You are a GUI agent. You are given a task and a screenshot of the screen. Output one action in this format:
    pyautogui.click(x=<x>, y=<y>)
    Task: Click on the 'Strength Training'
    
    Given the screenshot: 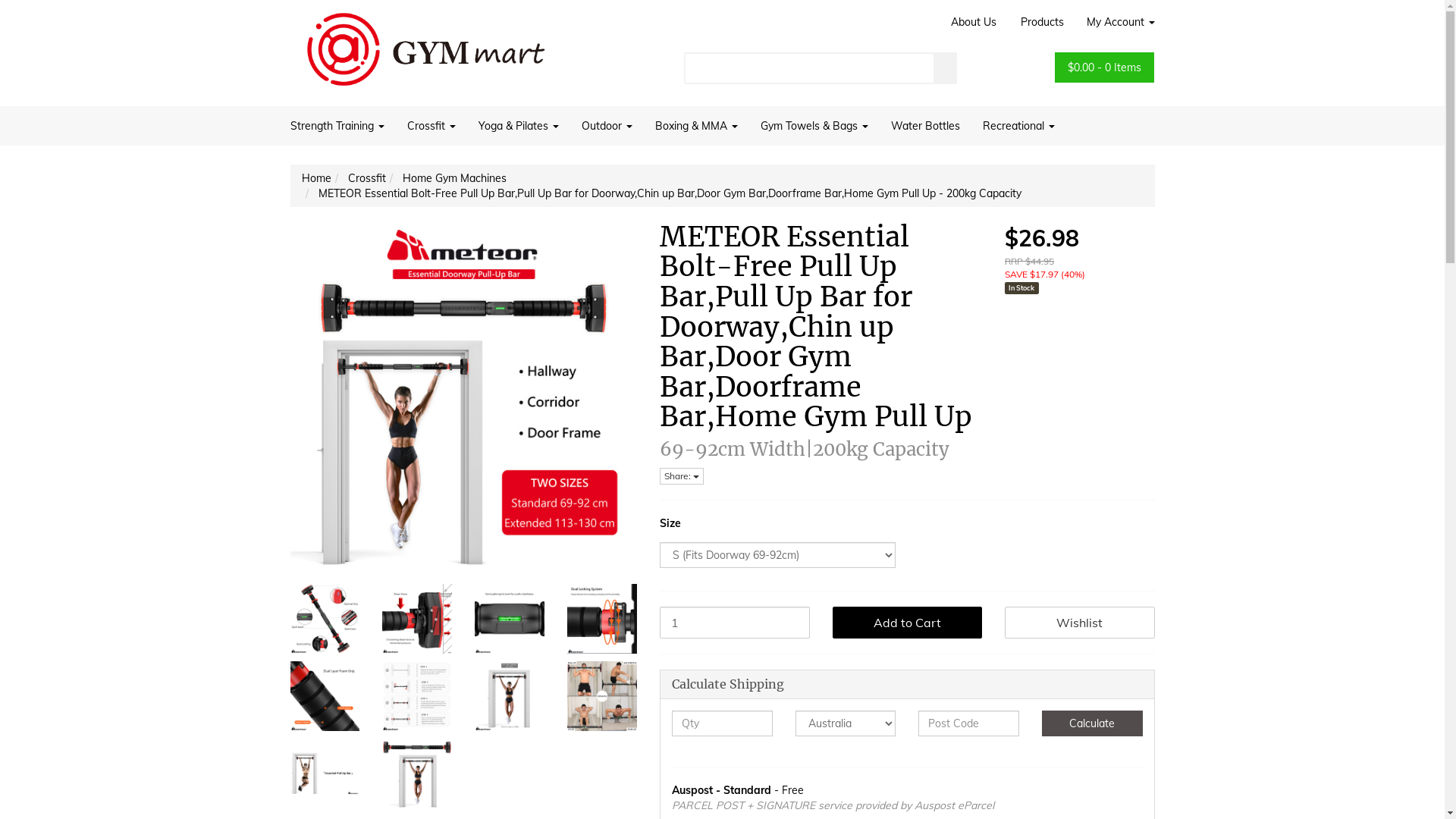 What is the action you would take?
    pyautogui.click(x=341, y=124)
    